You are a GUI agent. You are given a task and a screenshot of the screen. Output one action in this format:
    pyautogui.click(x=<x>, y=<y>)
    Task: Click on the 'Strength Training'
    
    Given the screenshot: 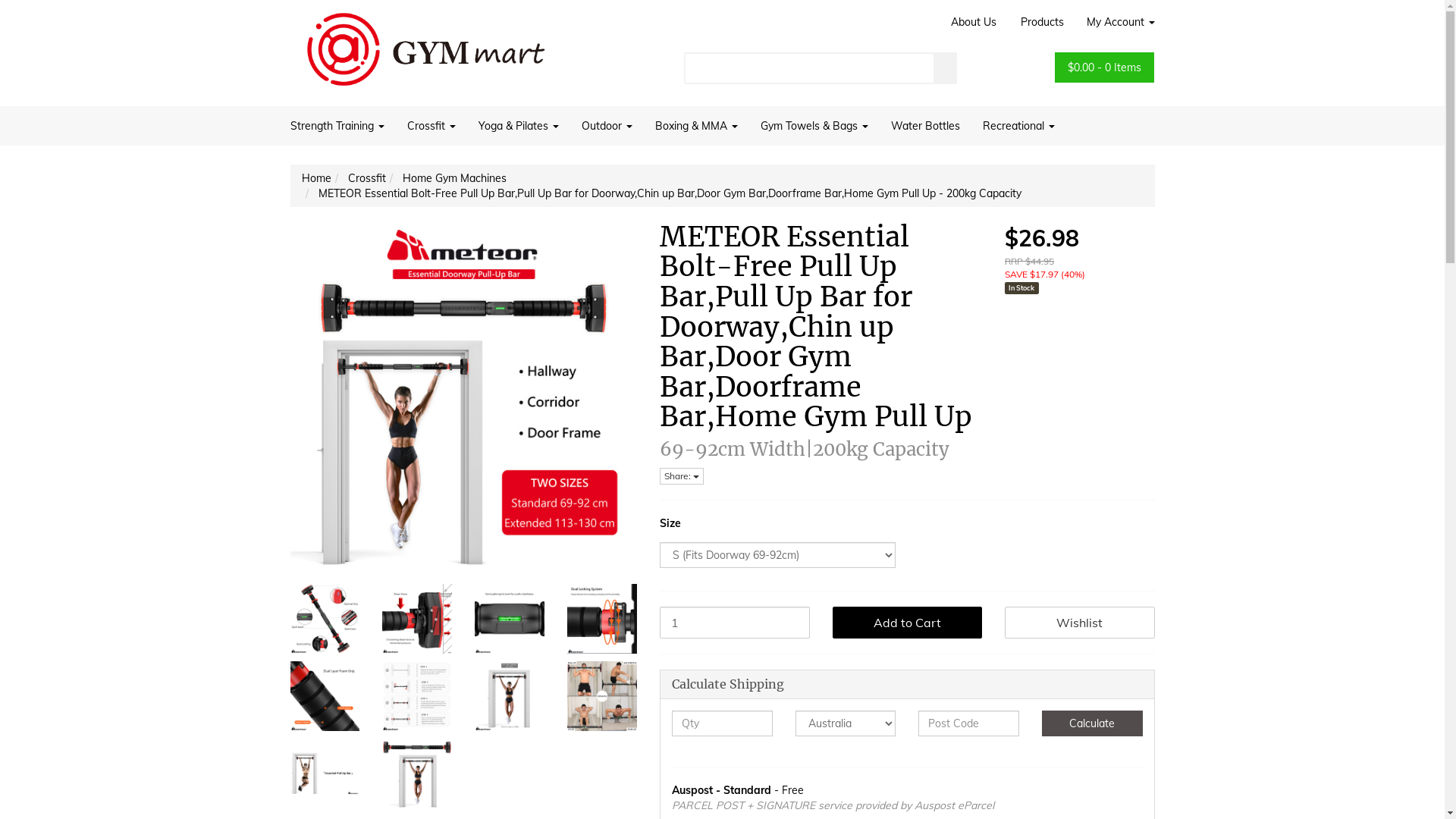 What is the action you would take?
    pyautogui.click(x=341, y=124)
    